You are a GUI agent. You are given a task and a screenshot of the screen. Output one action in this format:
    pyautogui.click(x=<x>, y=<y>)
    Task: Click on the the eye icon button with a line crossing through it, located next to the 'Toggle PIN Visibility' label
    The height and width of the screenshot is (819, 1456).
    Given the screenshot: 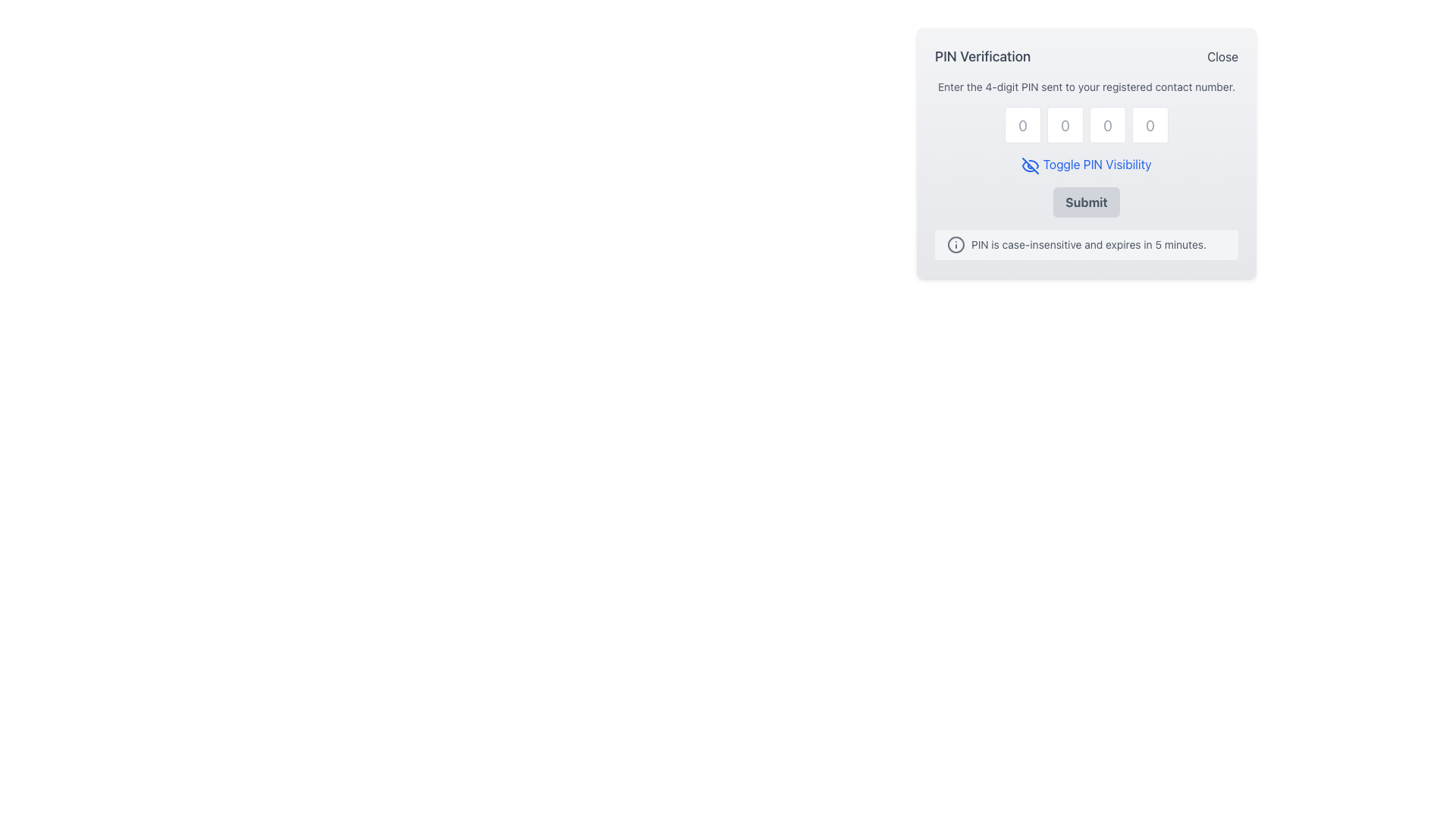 What is the action you would take?
    pyautogui.click(x=1031, y=165)
    